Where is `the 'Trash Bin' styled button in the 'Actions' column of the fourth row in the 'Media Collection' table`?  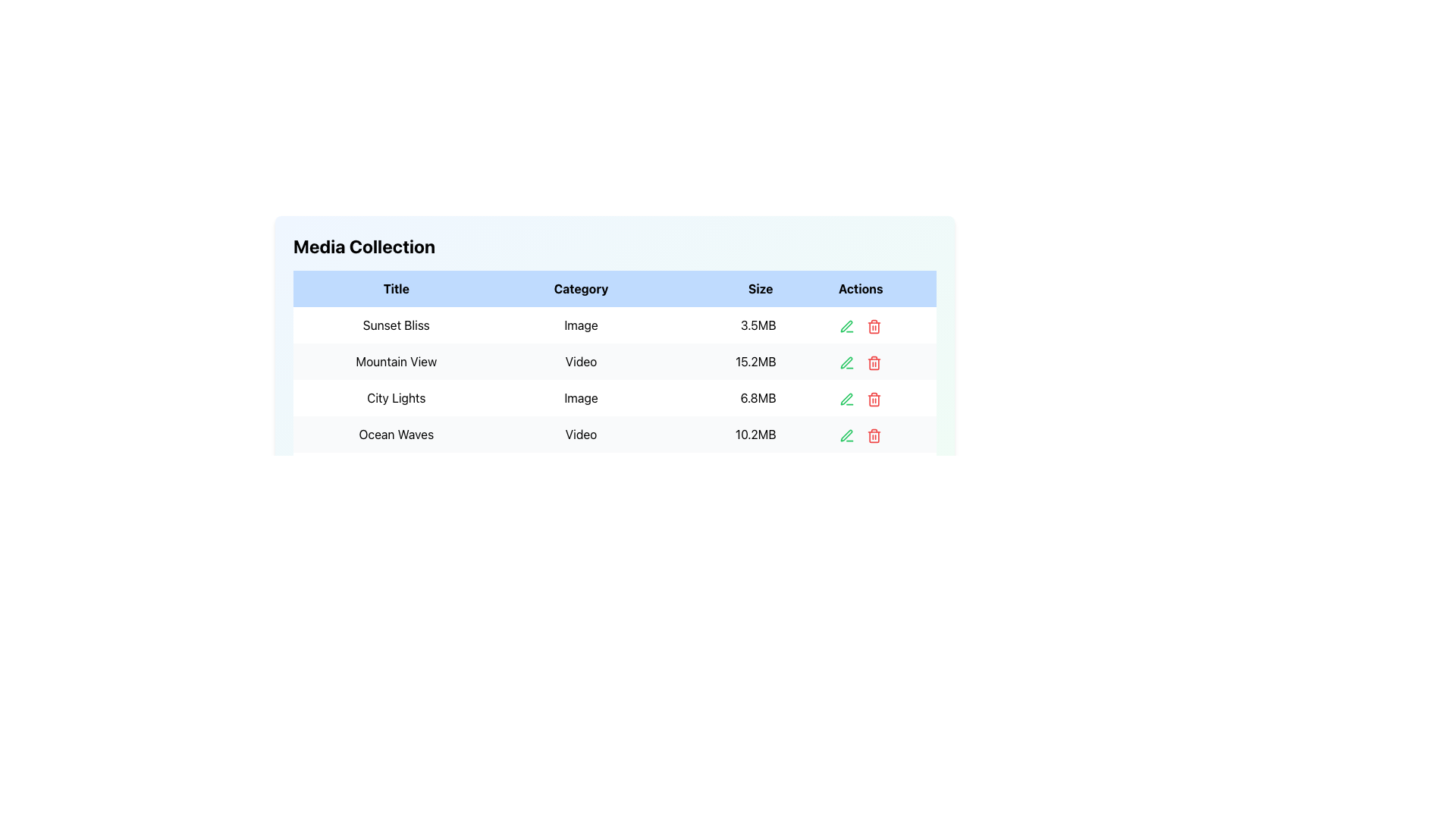 the 'Trash Bin' styled button in the 'Actions' column of the fourth row in the 'Media Collection' table is located at coordinates (874, 435).